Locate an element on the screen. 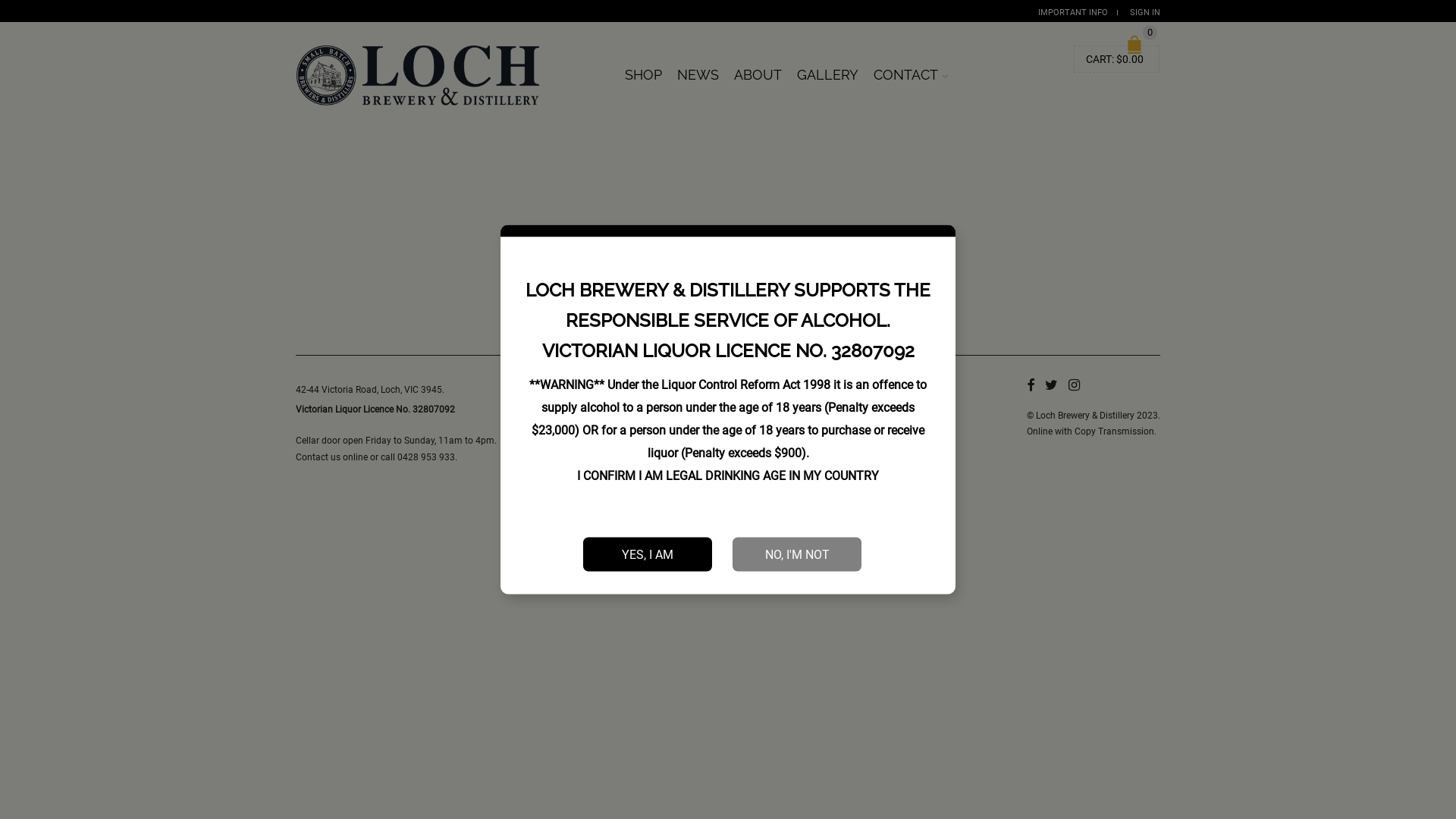  'online' is located at coordinates (354, 456).